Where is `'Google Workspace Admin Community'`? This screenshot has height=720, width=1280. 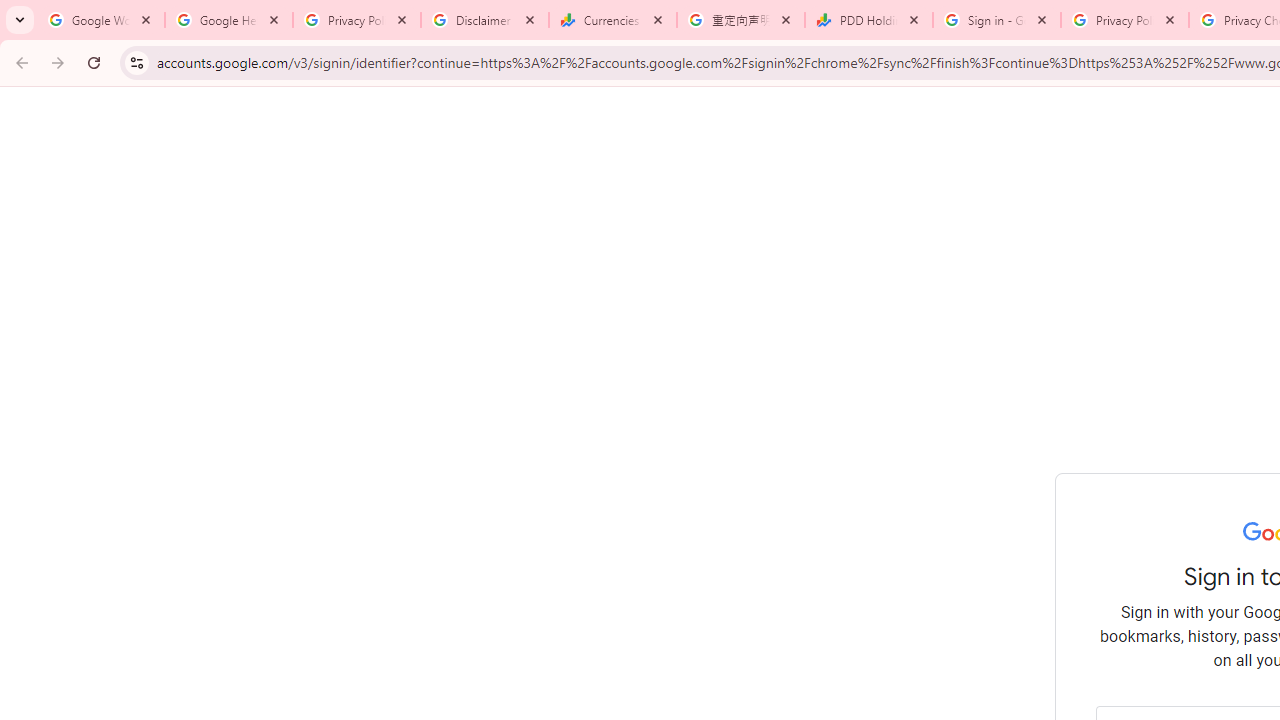 'Google Workspace Admin Community' is located at coordinates (100, 20).